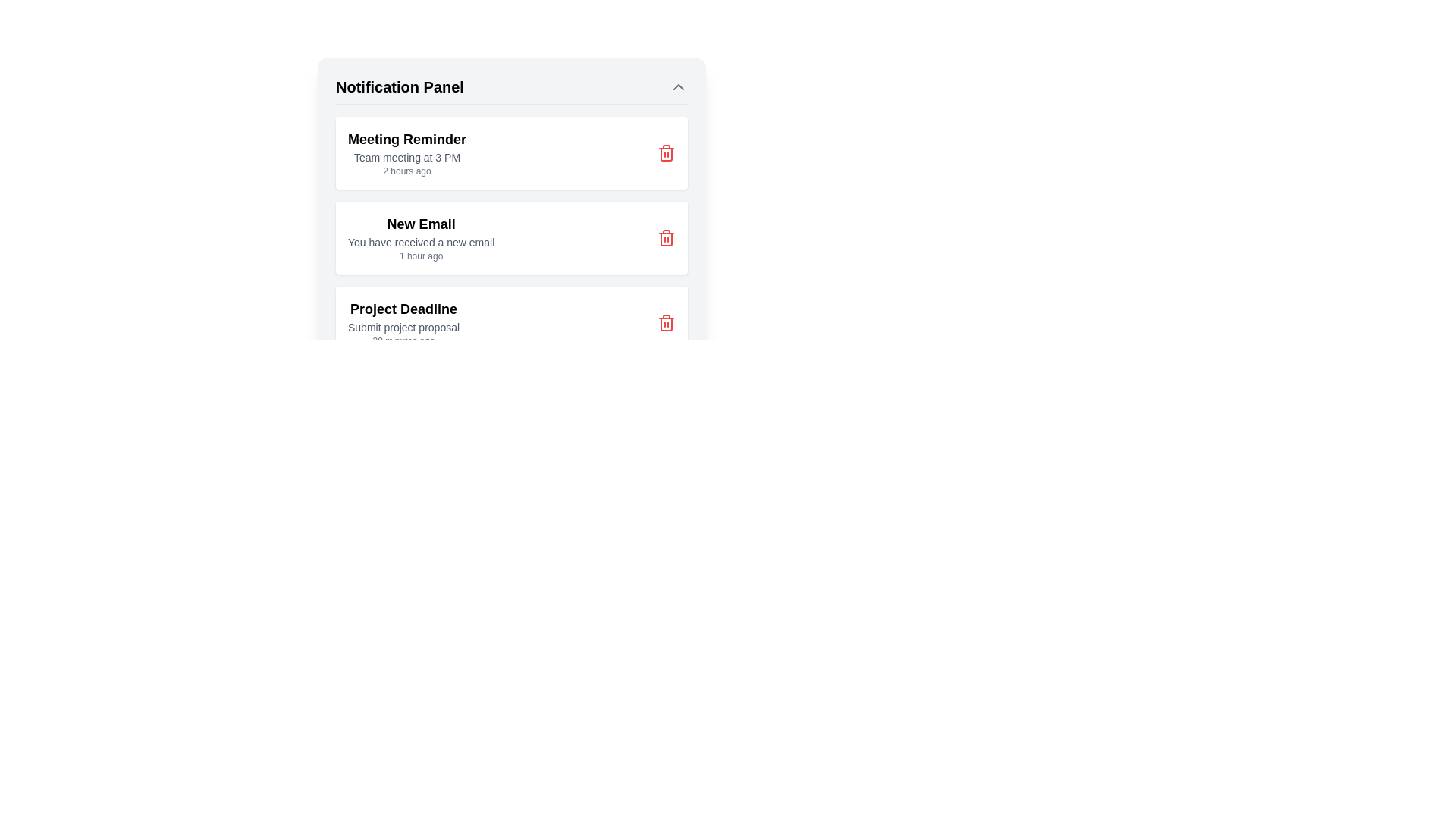 The image size is (1456, 819). What do you see at coordinates (407, 152) in the screenshot?
I see `the 'Meeting Reminder' text block, which includes a bold title, a subtitle, and a timestamp, located at the top of the notification panel` at bounding box center [407, 152].